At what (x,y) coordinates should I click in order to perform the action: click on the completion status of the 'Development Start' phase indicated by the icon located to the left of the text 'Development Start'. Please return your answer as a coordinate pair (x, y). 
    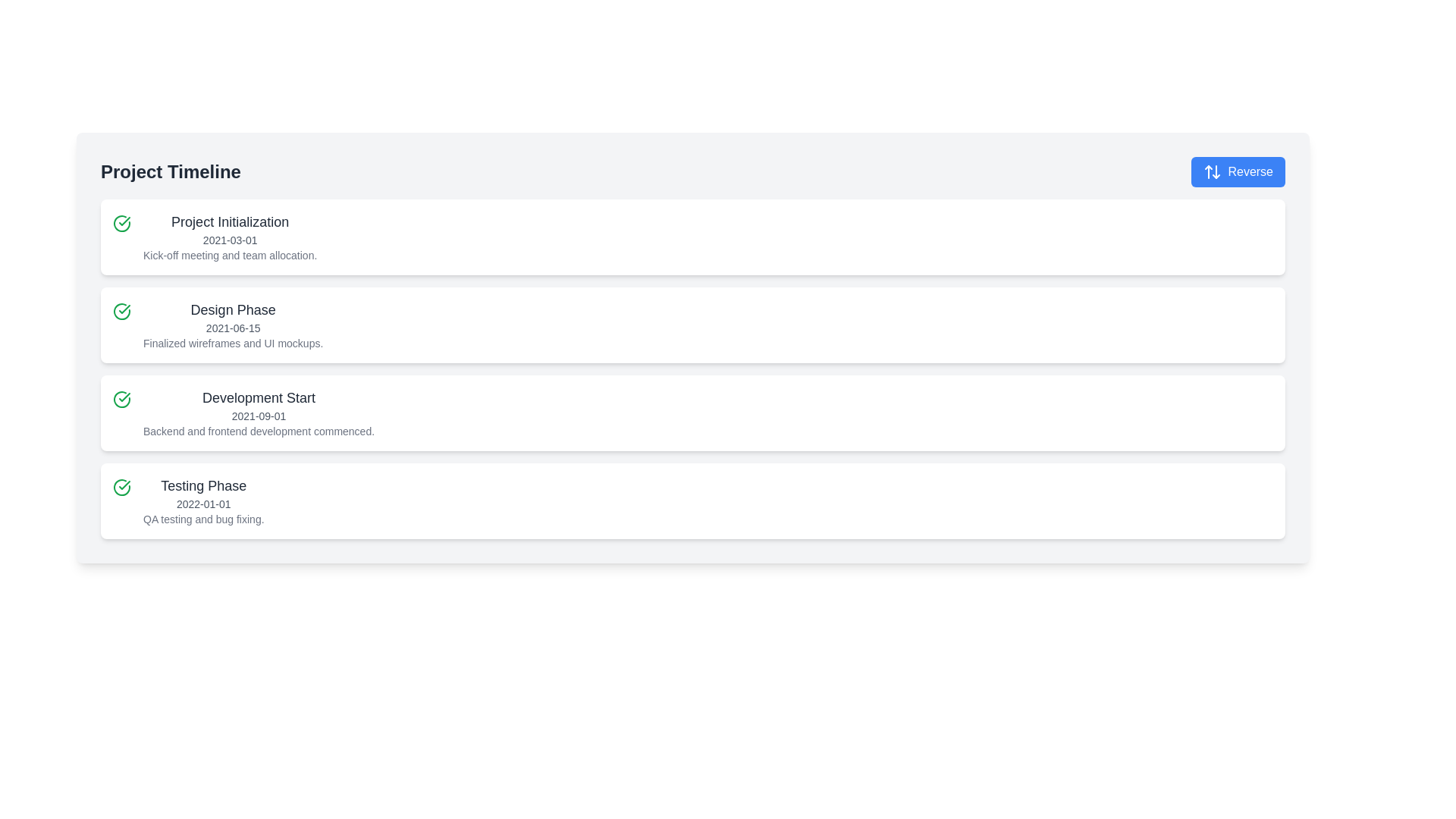
    Looking at the image, I should click on (122, 399).